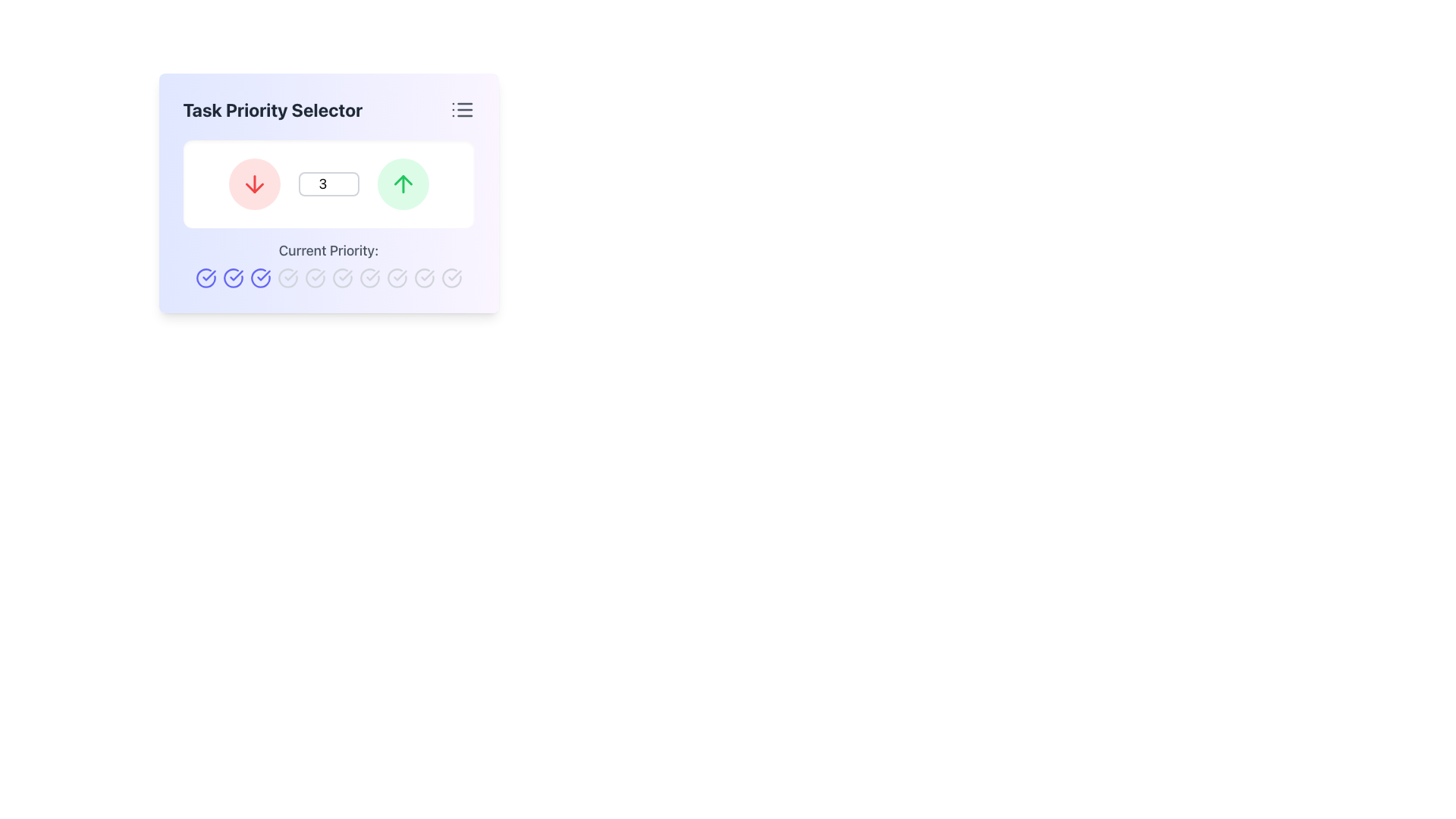 The image size is (1456, 819). Describe the element at coordinates (450, 278) in the screenshot. I see `the 9th circular icon representing an unselected state in the 'Task Priority Selector'` at that location.